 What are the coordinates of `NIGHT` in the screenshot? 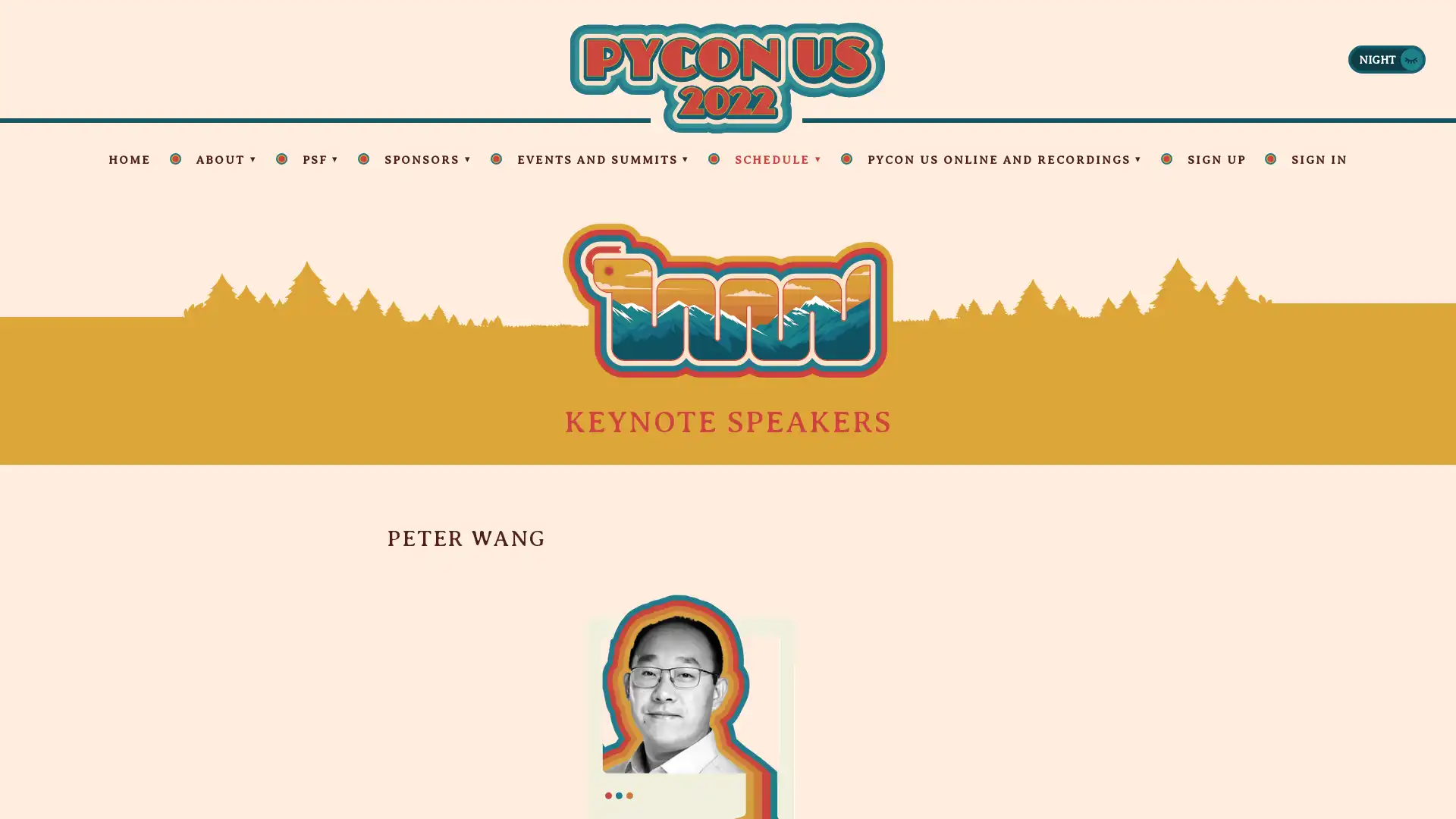 It's located at (1386, 58).